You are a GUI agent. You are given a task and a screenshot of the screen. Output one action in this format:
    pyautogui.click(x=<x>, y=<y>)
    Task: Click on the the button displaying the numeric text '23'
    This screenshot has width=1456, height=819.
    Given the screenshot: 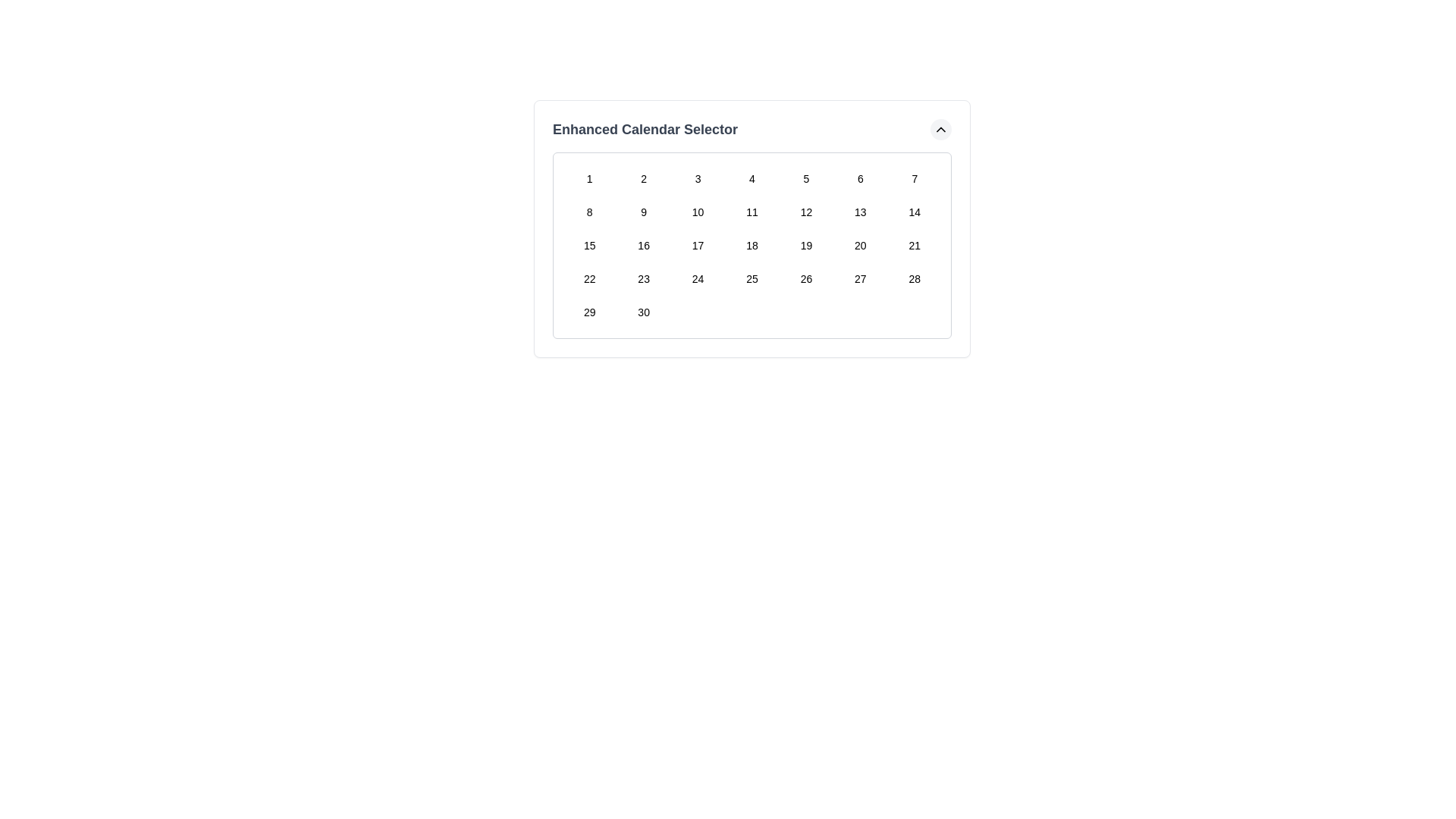 What is the action you would take?
    pyautogui.click(x=644, y=278)
    